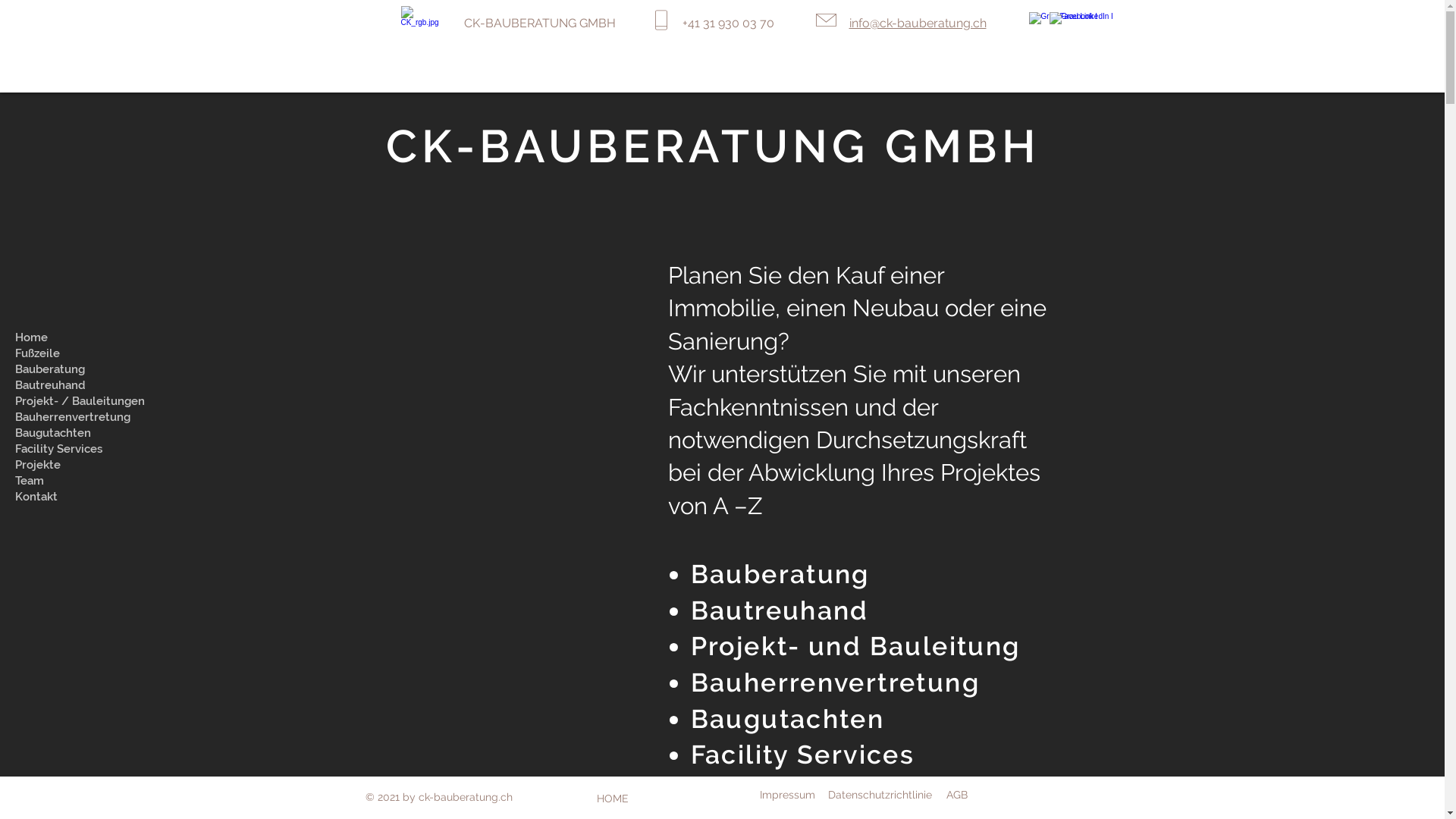  I want to click on 'HOME', so click(612, 798).